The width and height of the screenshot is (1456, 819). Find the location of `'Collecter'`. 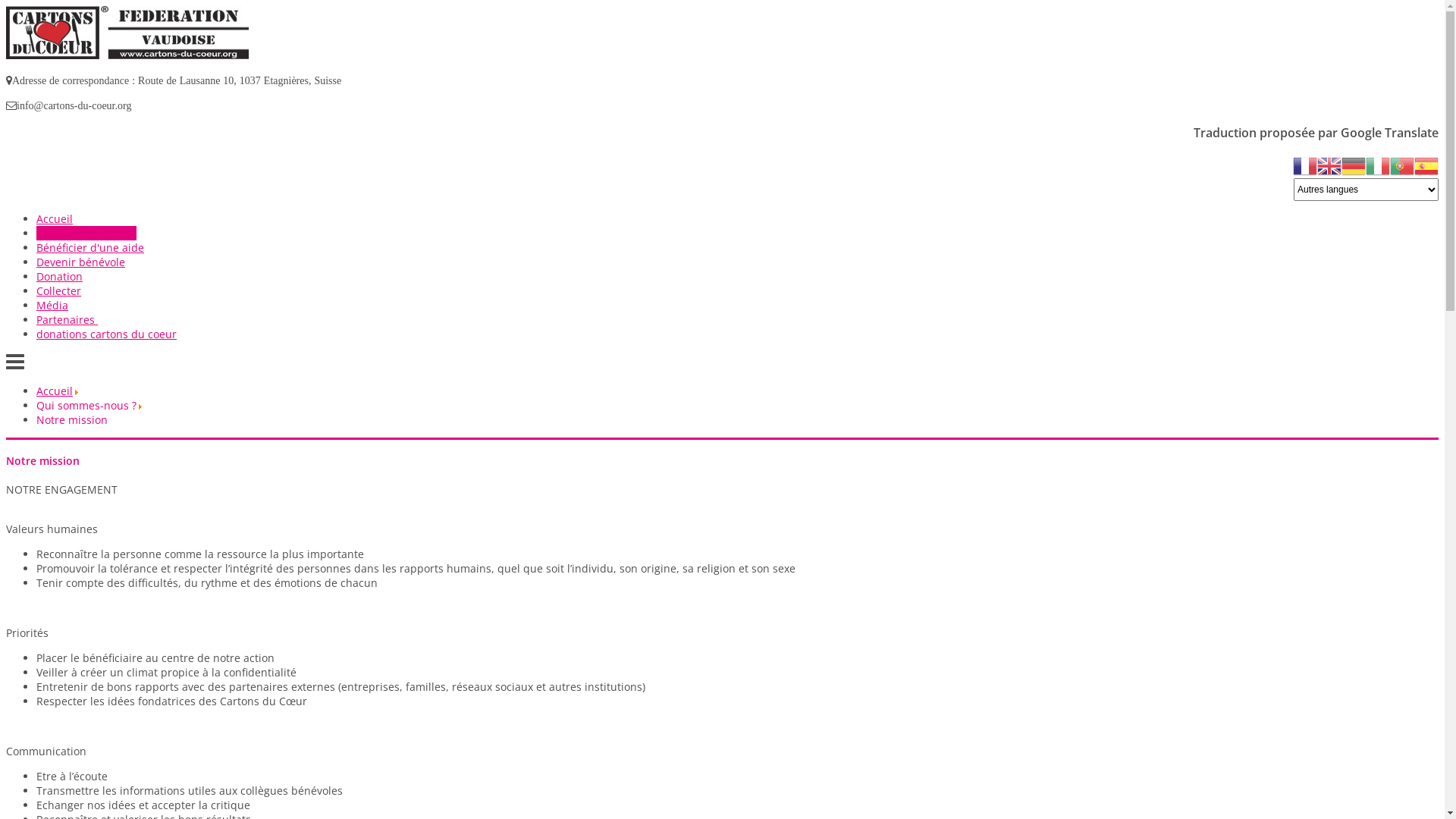

'Collecter' is located at coordinates (36, 290).